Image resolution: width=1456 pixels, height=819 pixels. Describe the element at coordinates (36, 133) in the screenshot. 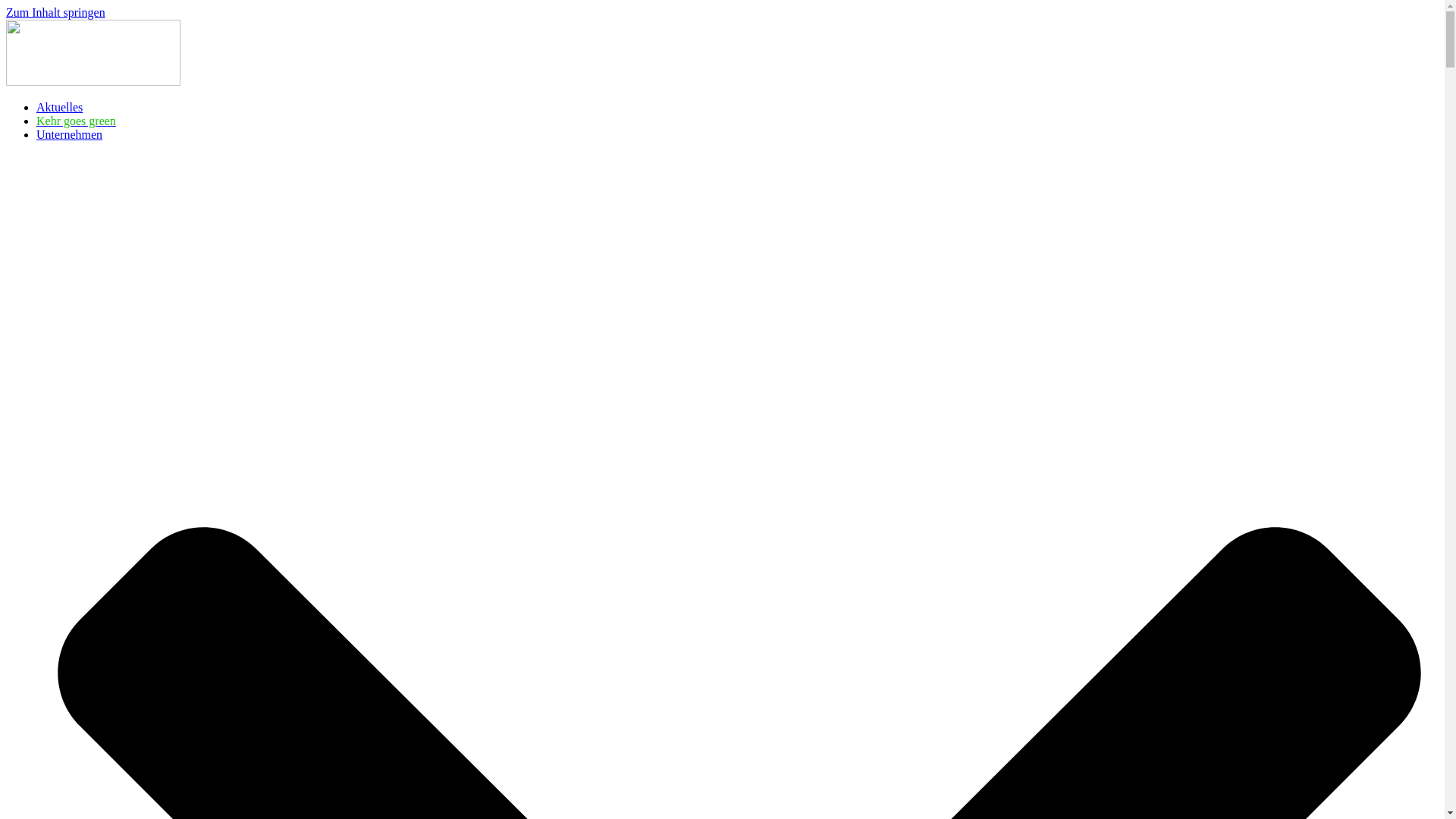

I see `'Unternehmen'` at that location.